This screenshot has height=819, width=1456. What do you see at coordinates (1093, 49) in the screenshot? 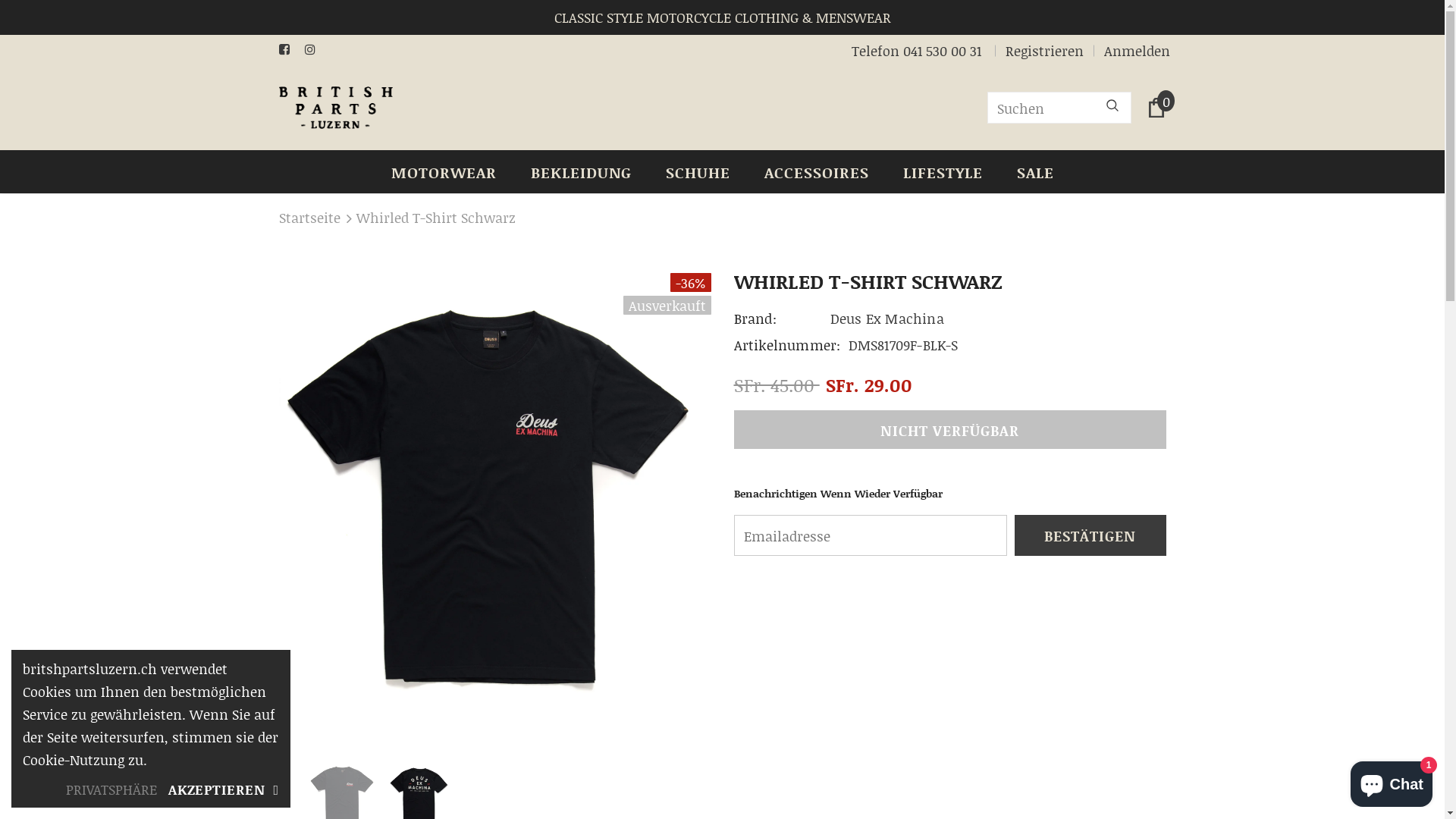
I see `'Anmelden'` at bounding box center [1093, 49].